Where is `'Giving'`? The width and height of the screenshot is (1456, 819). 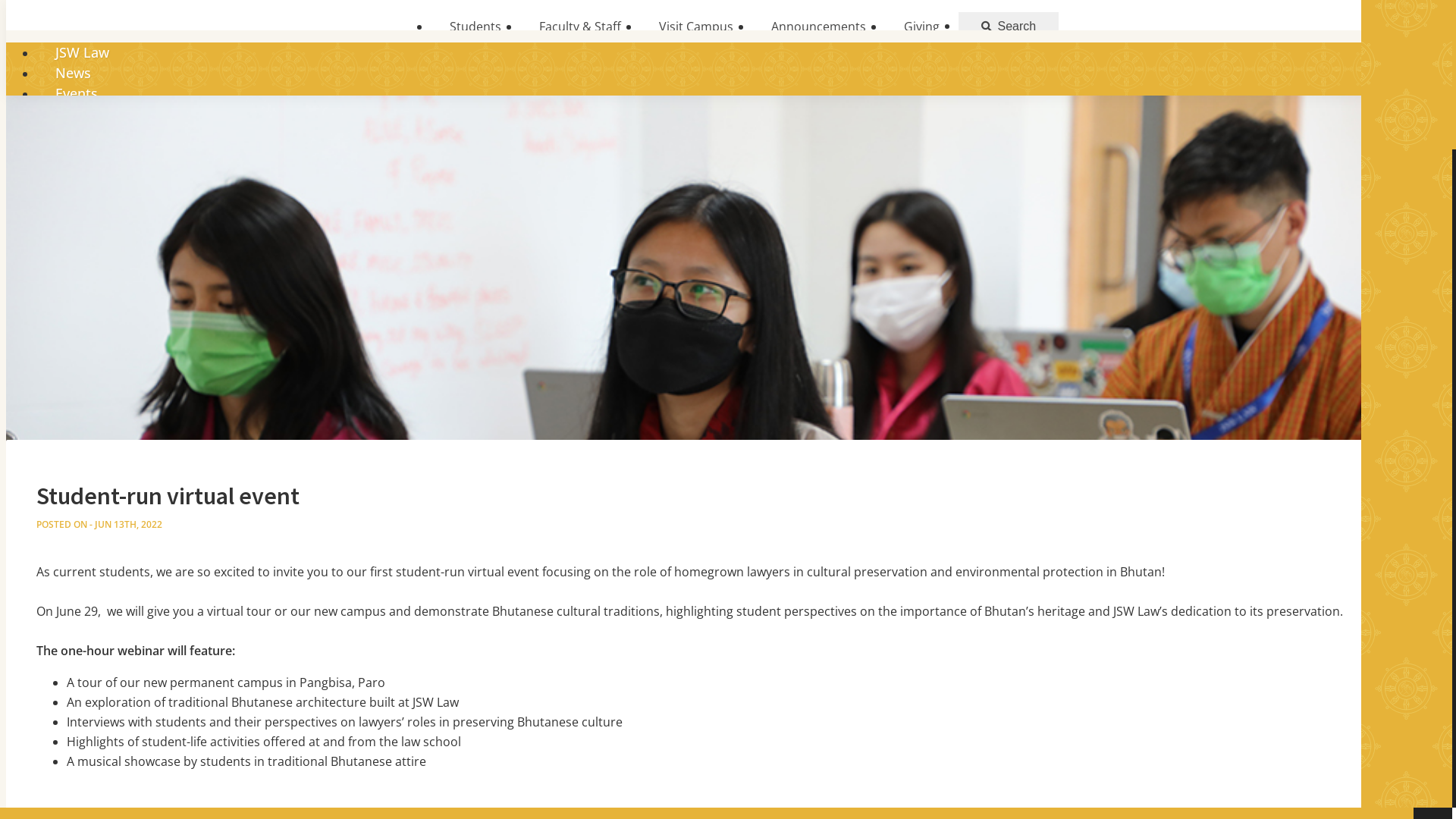 'Giving' is located at coordinates (884, 26).